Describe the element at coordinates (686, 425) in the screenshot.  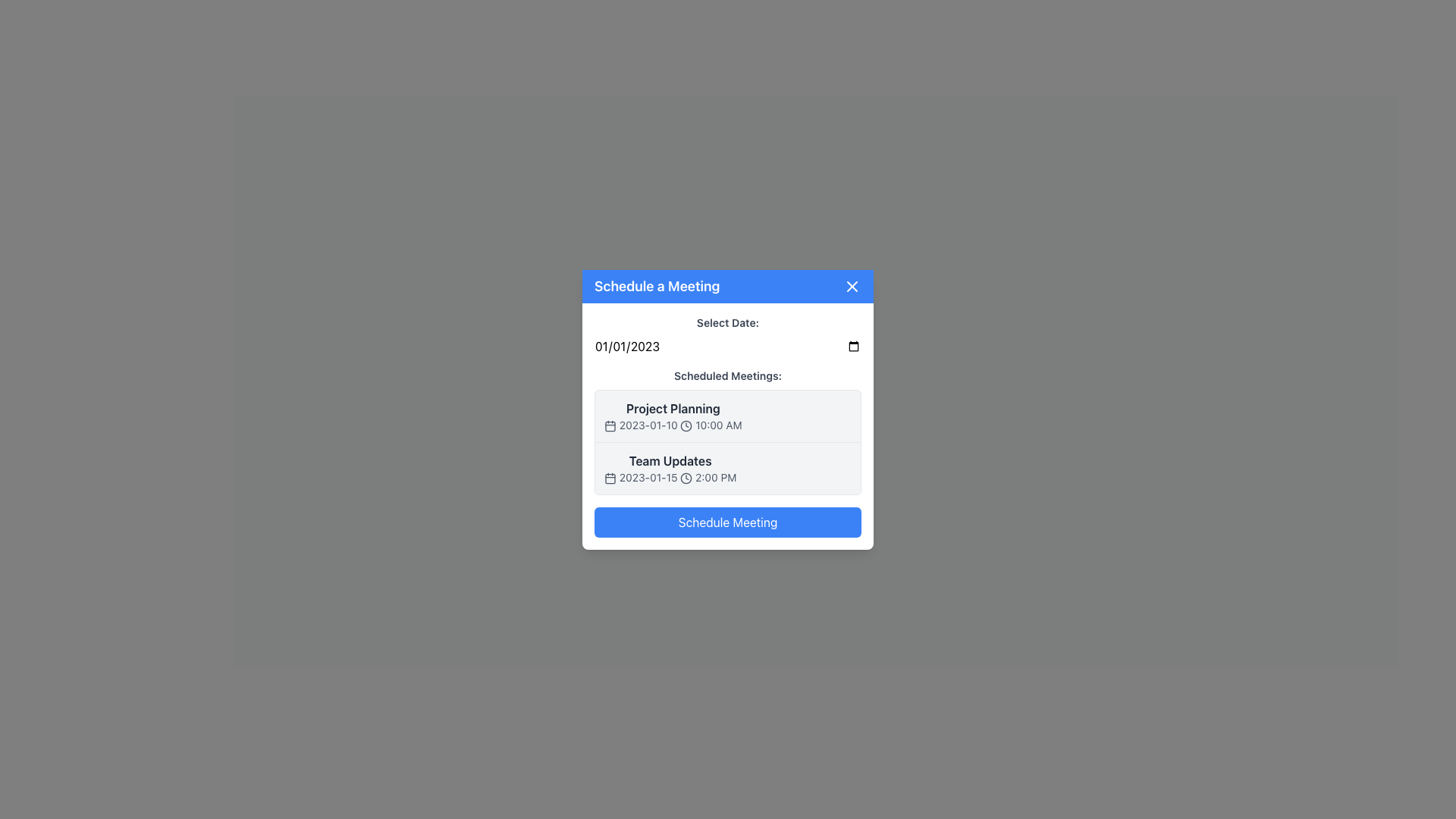
I see `properties of the clock icon SVG graphic located next to '10:00 AM' in the 'Project Planning' row under 'Scheduled Meetings'` at that location.